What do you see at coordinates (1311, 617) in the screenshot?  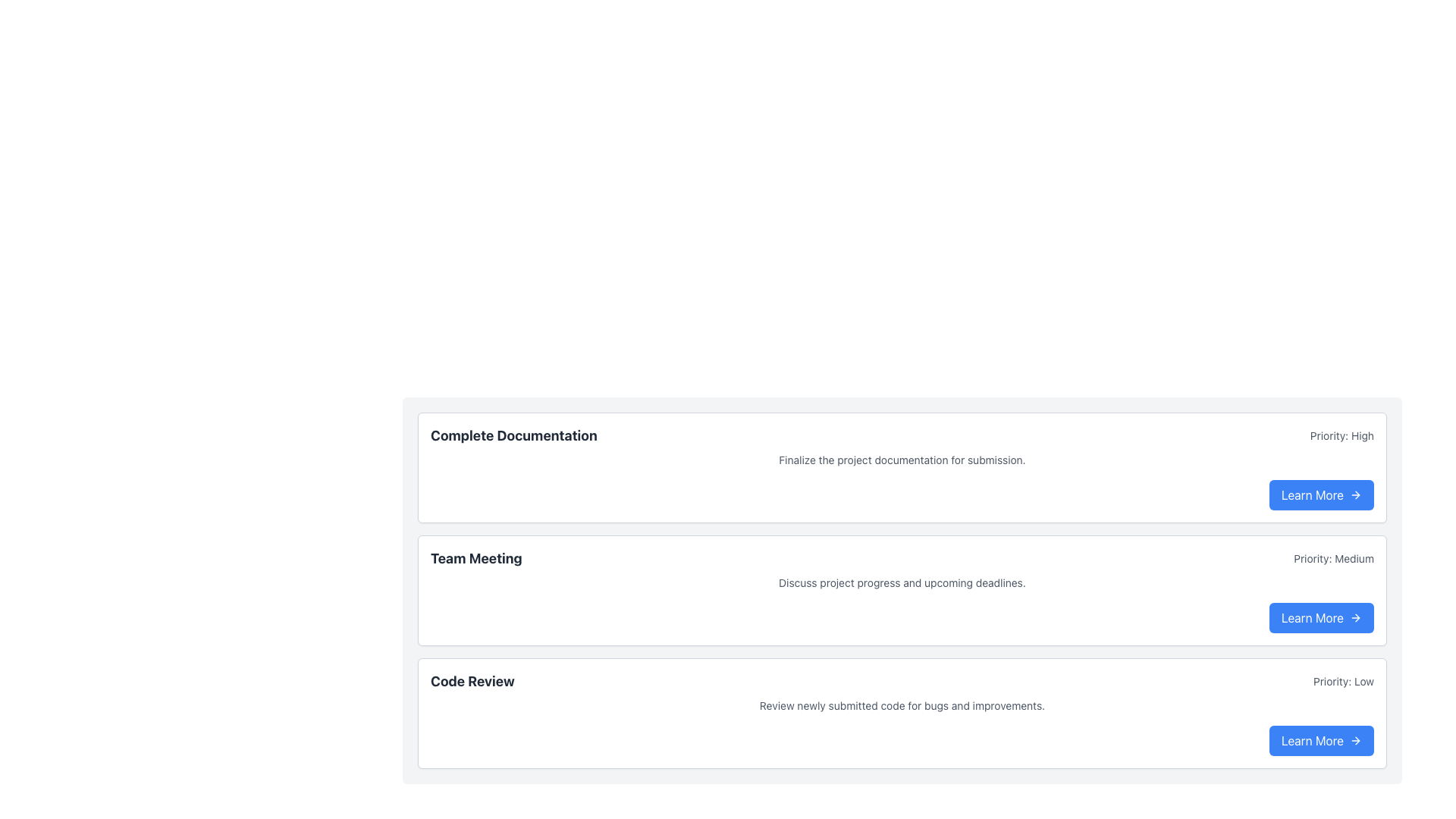 I see `the button located in the third row of the list interface, aligned to the right end next to the 'Priority: Low' indicator` at bounding box center [1311, 617].